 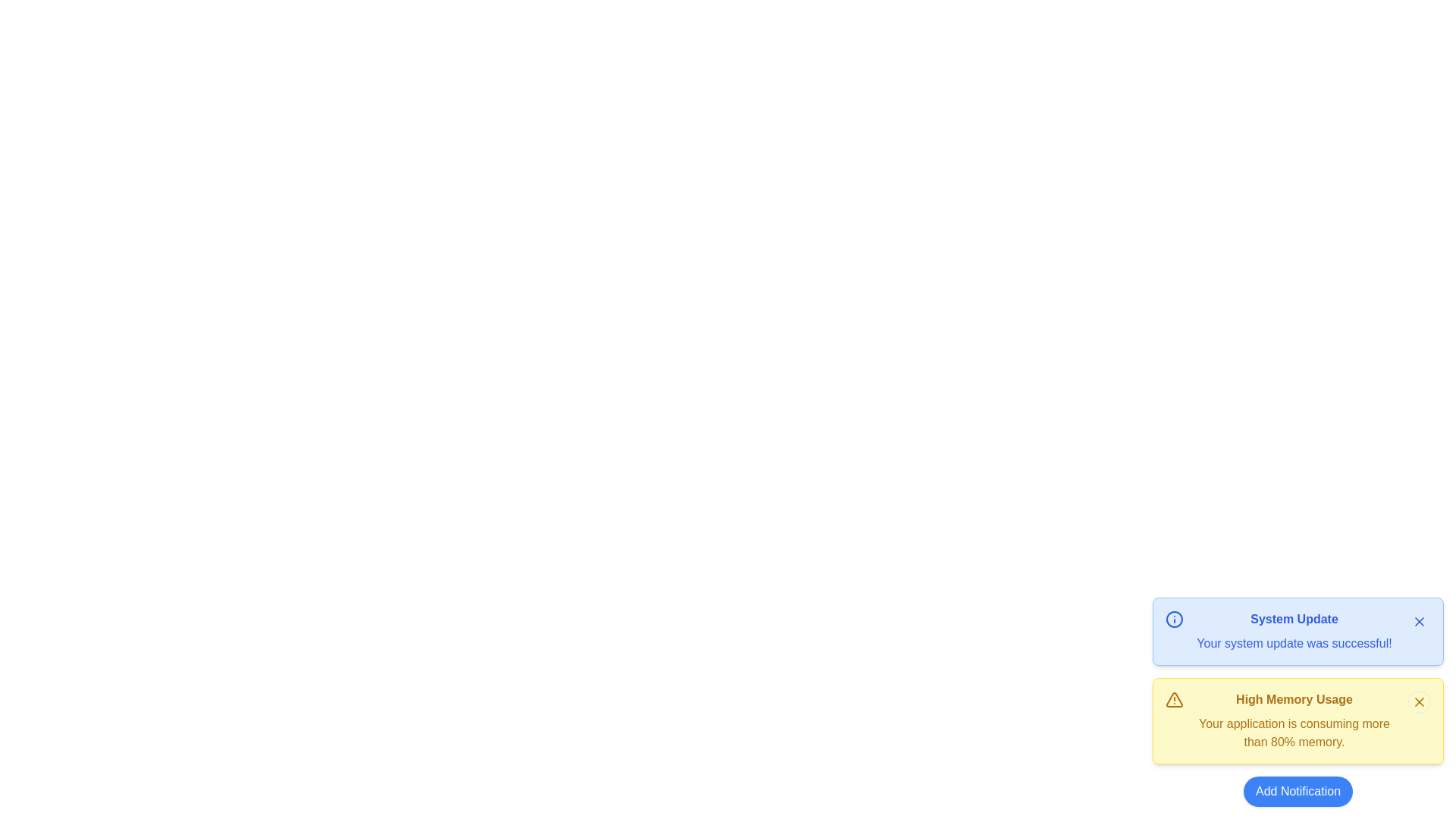 I want to click on confirmation text label located in the bottom segment of the blue notification card, below the heading 'System Update', on the upper right side of the interface, so click(x=1294, y=643).